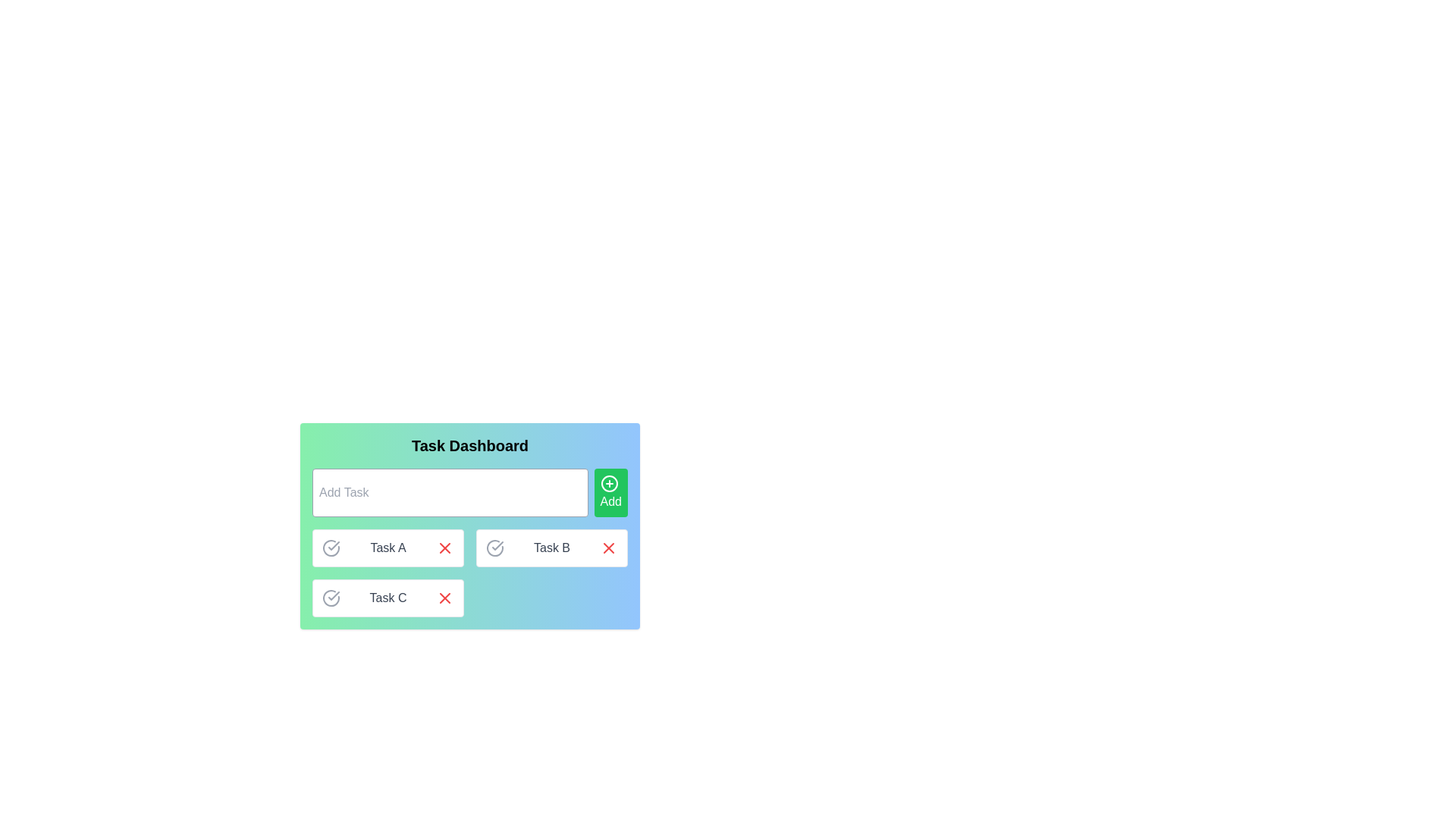 The height and width of the screenshot is (819, 1456). I want to click on task name displayed in the center of the task item labeled 'Task B' in the task dashboard, so click(551, 548).